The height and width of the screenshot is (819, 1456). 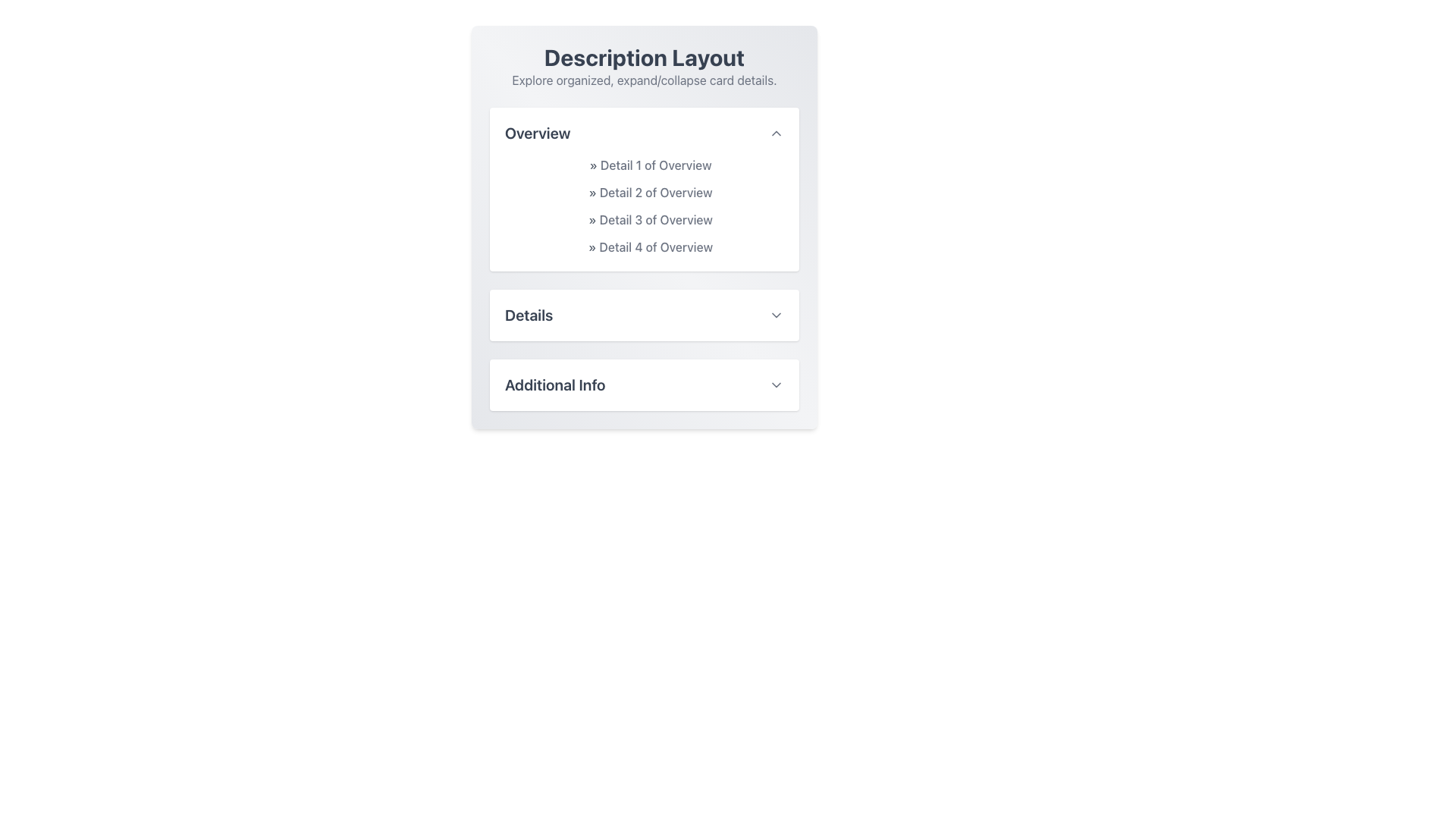 What do you see at coordinates (593, 219) in the screenshot?
I see `the right-facing chevron symbol ('»') located at the beginning of the text 'Detail 3 of Overview' in the 'Overview' expandable section to provide context for navigation` at bounding box center [593, 219].